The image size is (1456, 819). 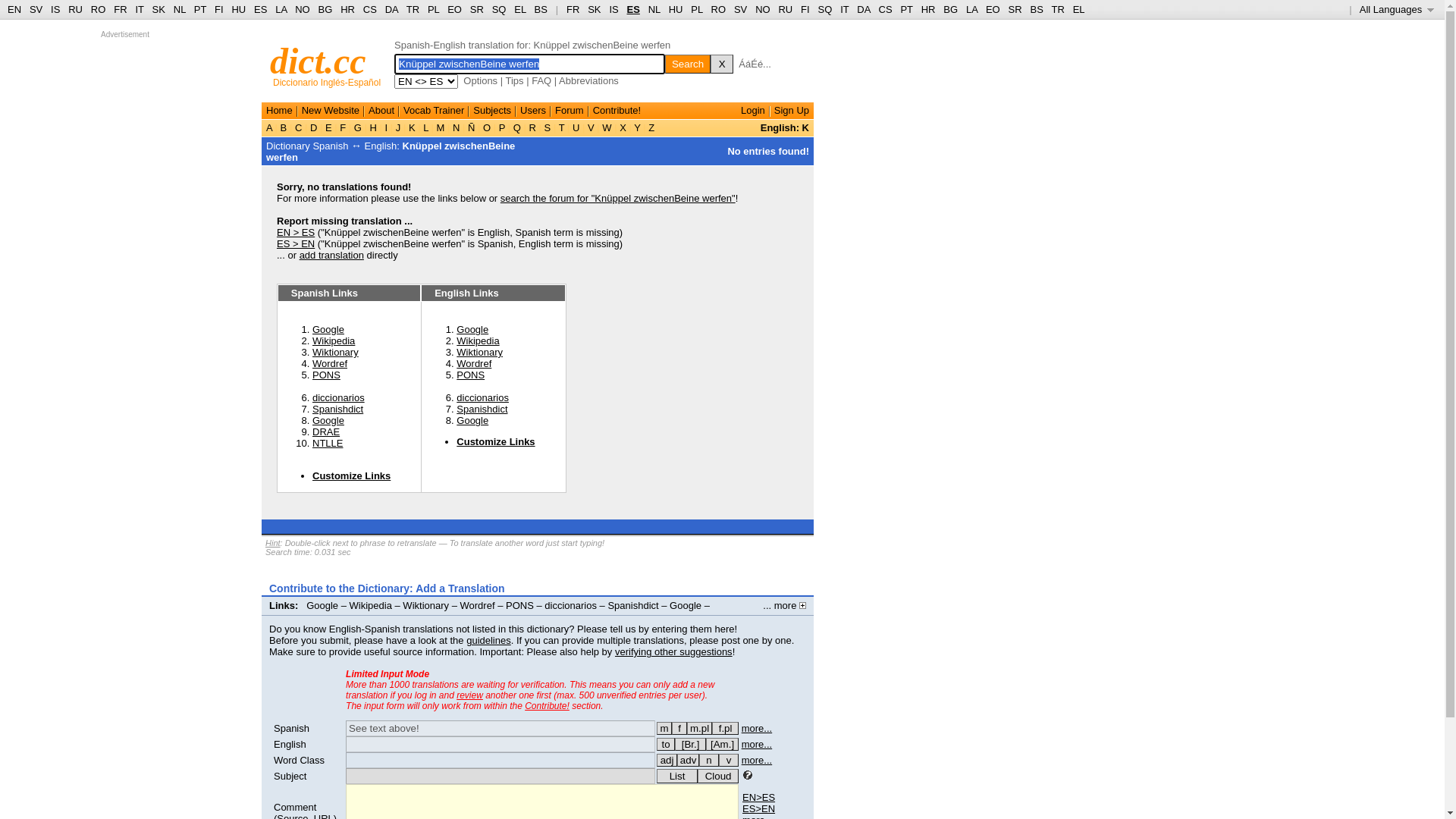 What do you see at coordinates (381, 109) in the screenshot?
I see `'About'` at bounding box center [381, 109].